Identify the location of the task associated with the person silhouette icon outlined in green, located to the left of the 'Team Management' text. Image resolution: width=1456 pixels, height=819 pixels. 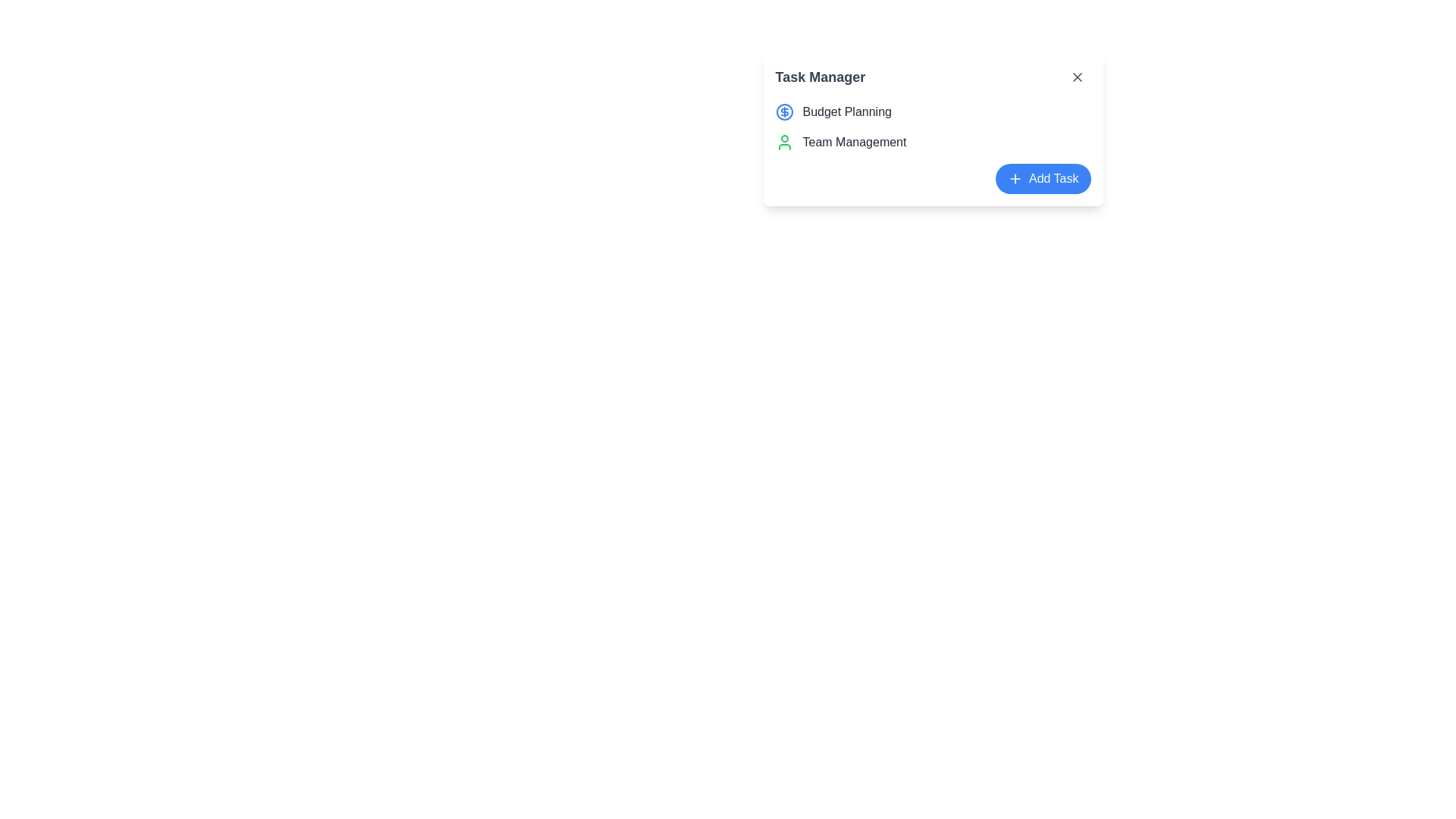
(784, 143).